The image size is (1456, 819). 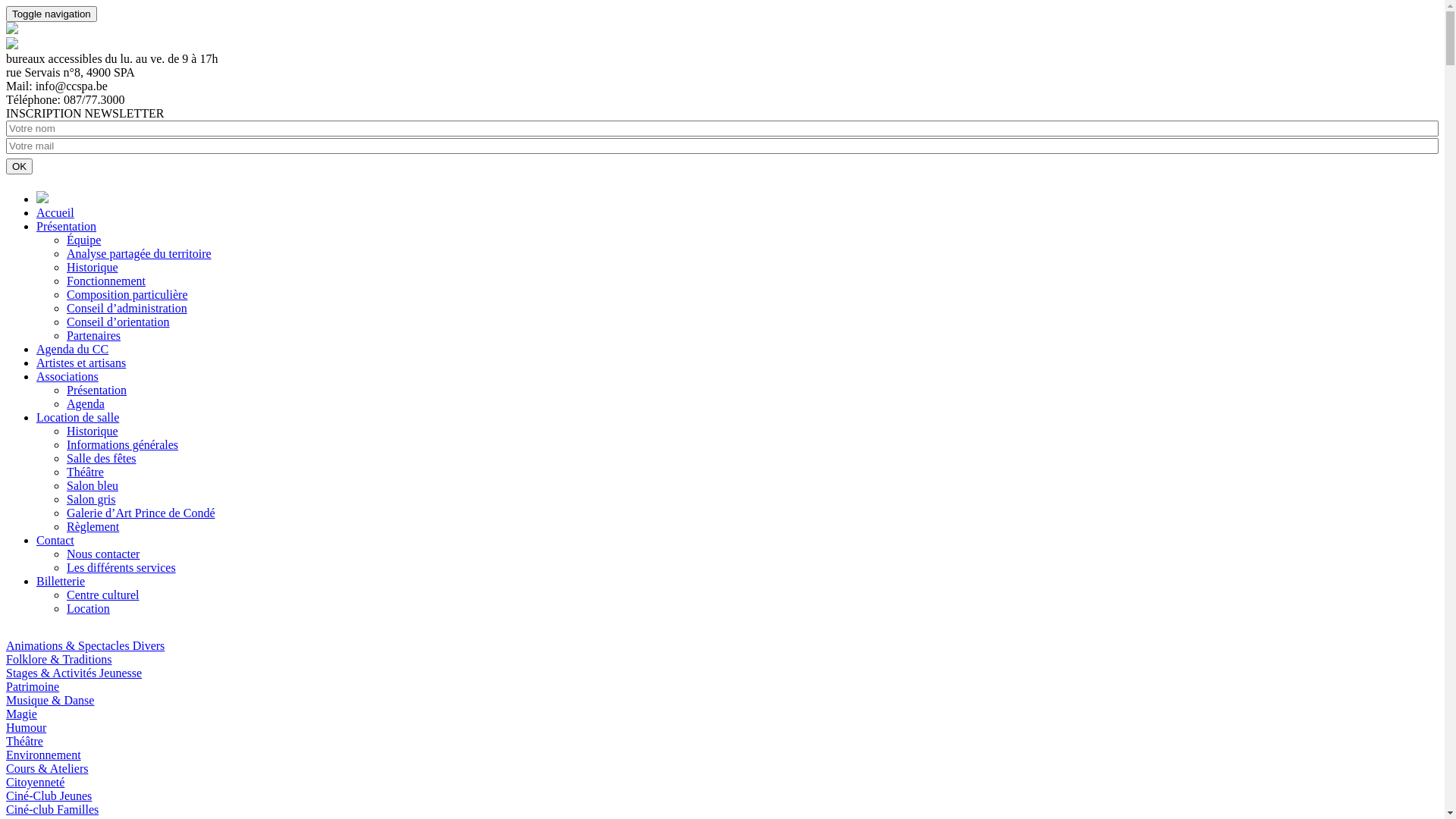 I want to click on 'Folklore & Traditions', so click(x=58, y=658).